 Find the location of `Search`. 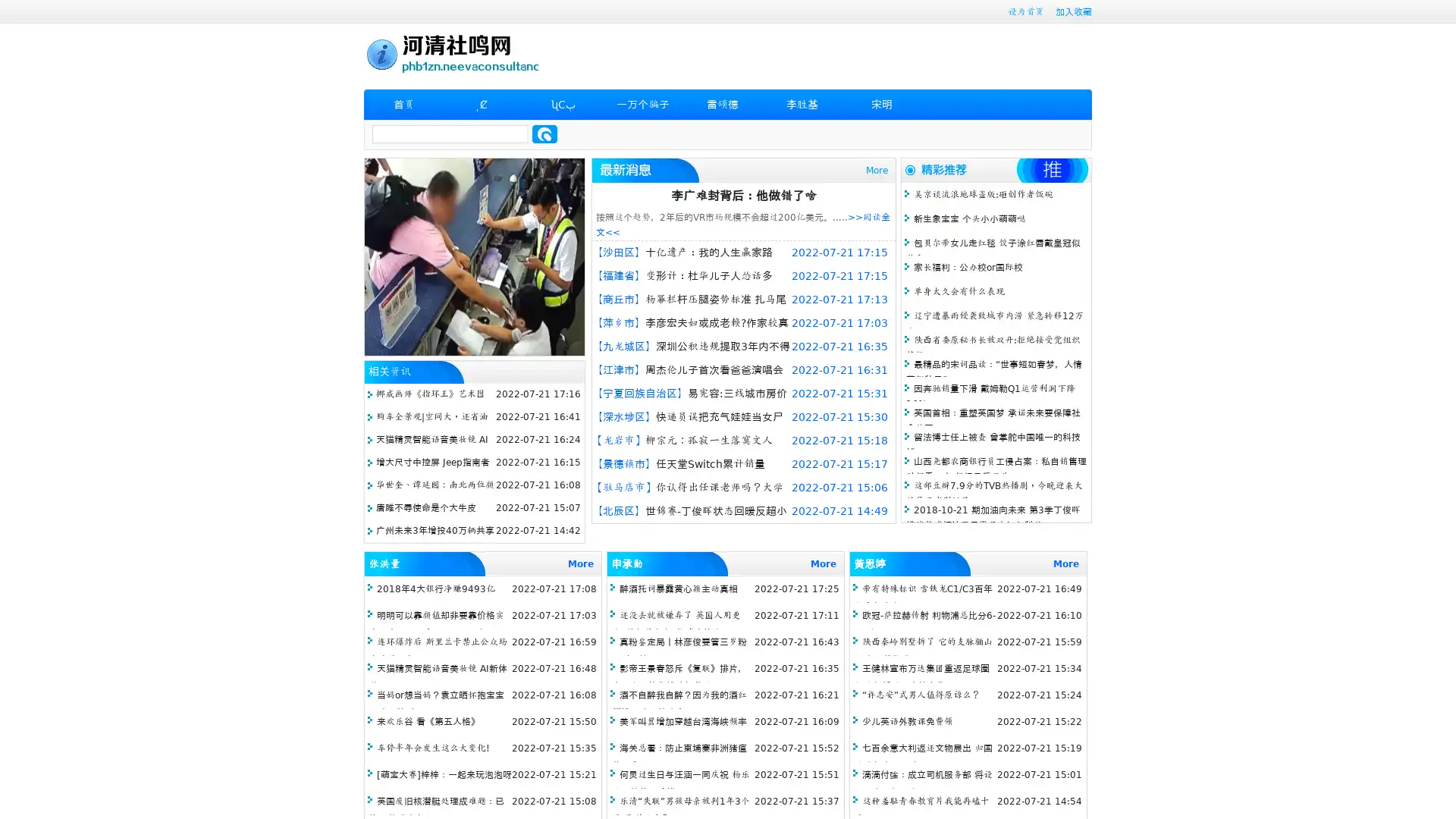

Search is located at coordinates (544, 133).